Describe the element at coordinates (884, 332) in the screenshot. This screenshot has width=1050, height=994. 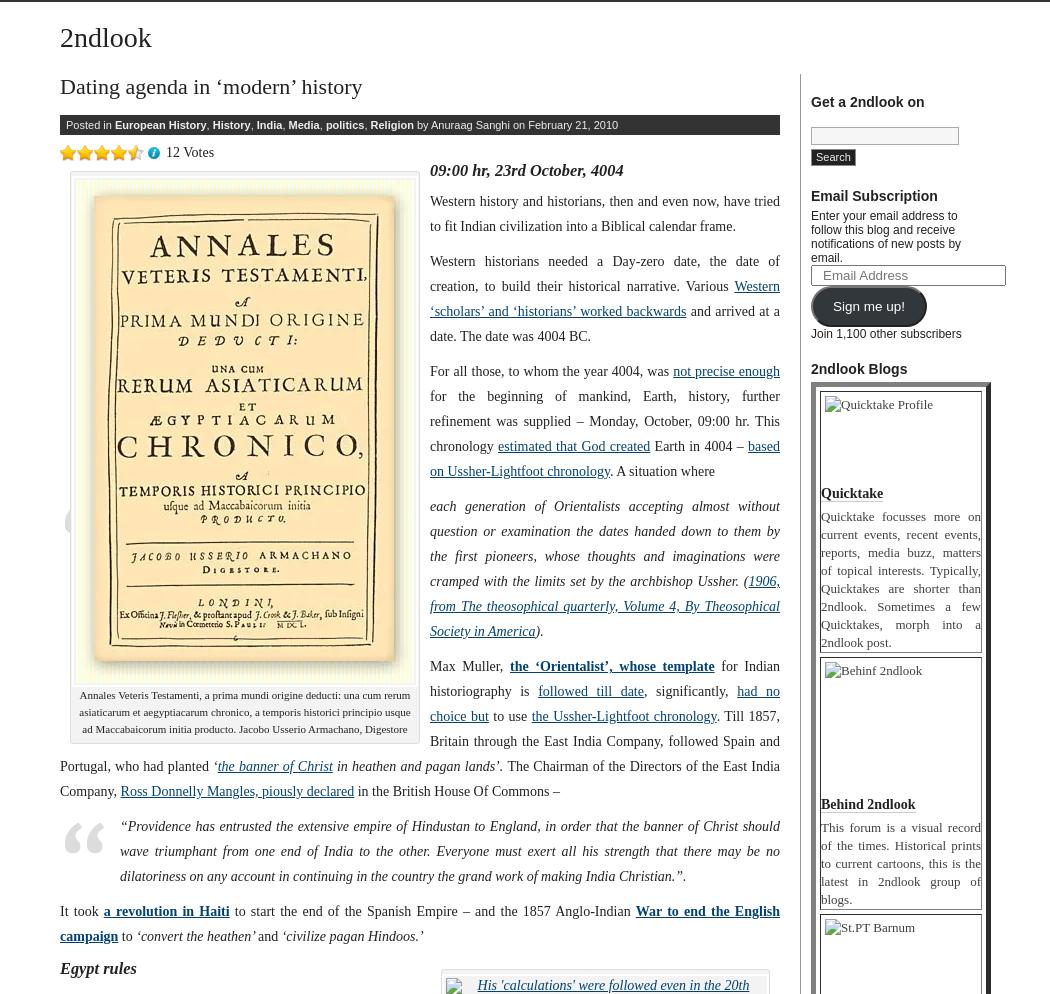
I see `'Join 1,100 other subscribers'` at that location.